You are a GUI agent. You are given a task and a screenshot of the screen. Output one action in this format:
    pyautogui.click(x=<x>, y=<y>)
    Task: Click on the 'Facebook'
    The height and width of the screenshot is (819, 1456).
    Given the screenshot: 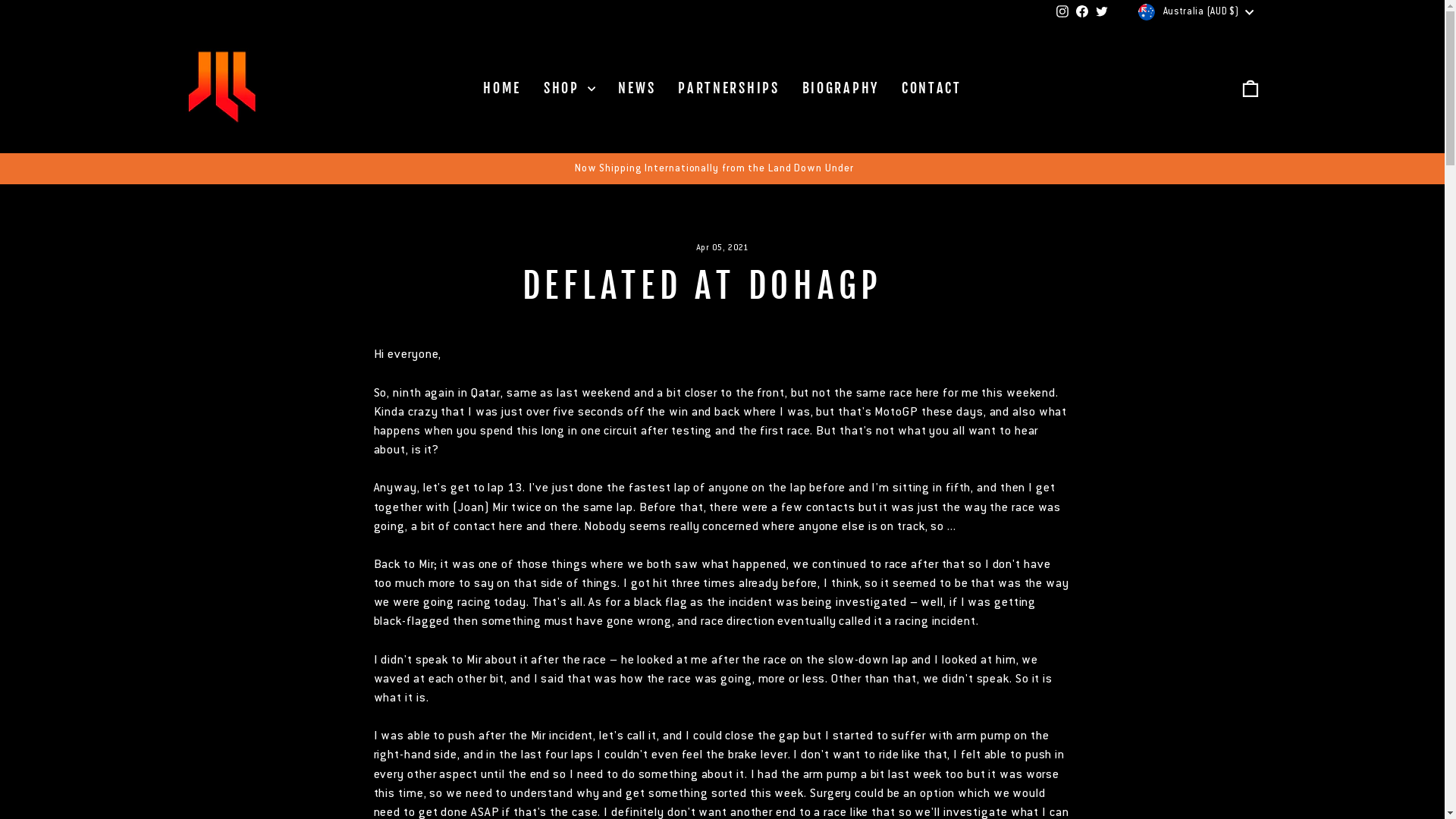 What is the action you would take?
    pyautogui.click(x=1081, y=11)
    